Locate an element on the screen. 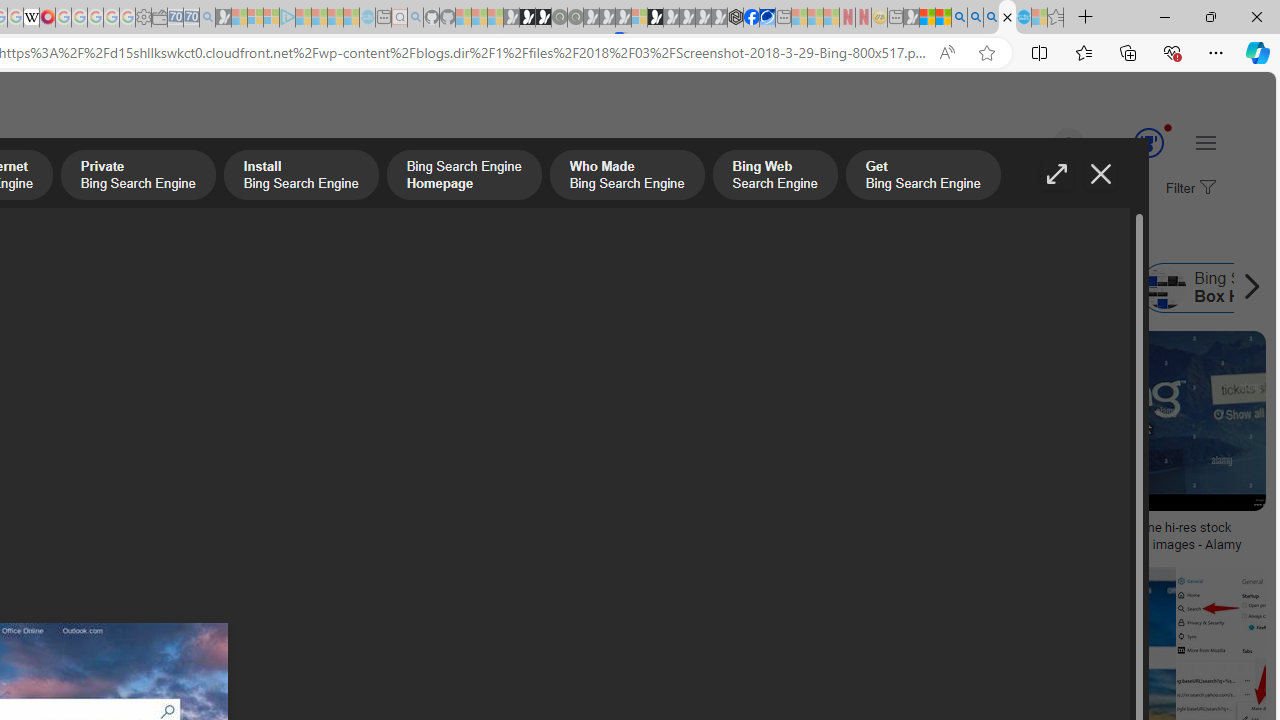  'Sign in to your account - Sleeping' is located at coordinates (638, 17).